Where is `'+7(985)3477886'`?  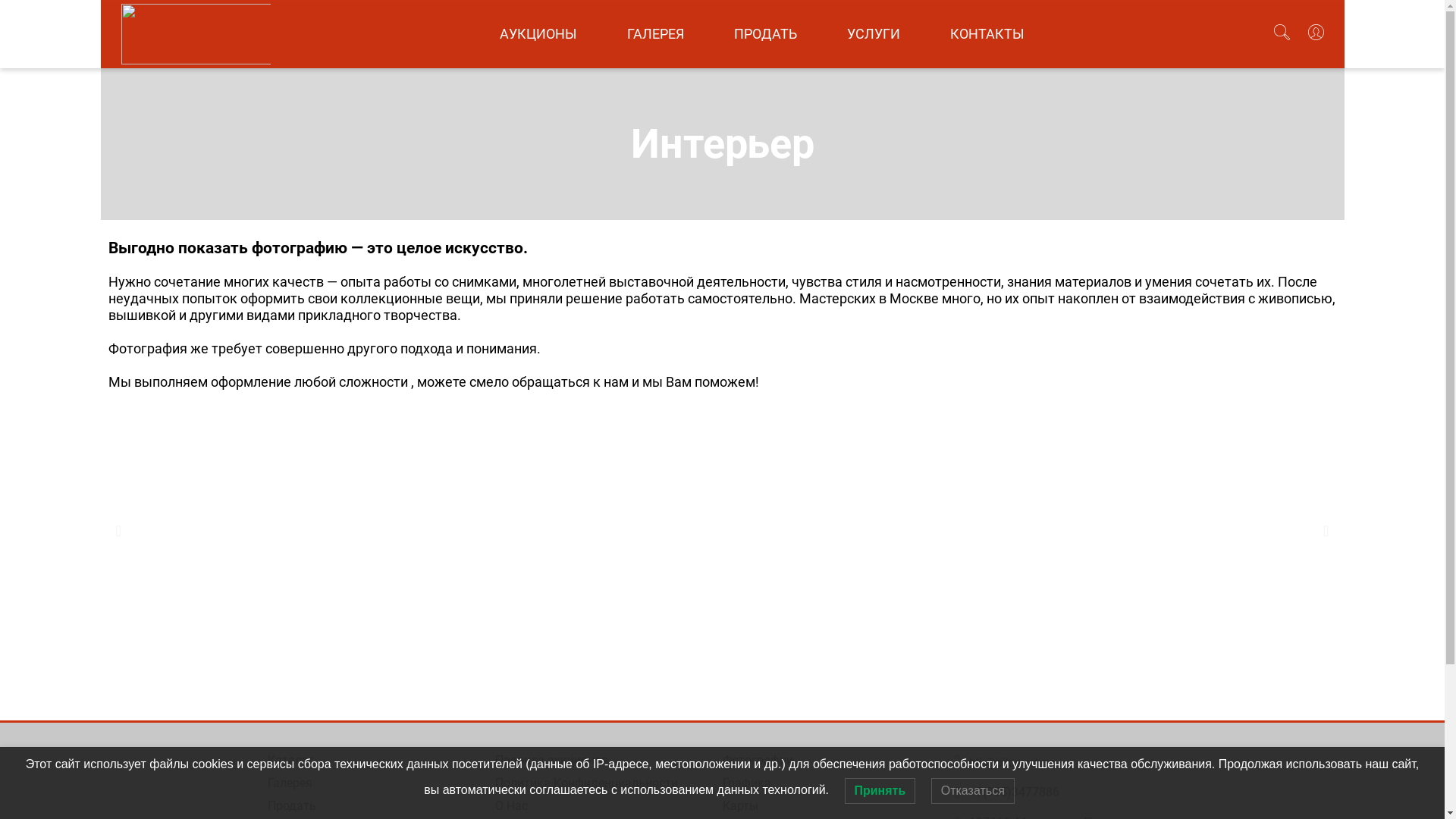
'+7(985)3477886' is located at coordinates (1014, 791).